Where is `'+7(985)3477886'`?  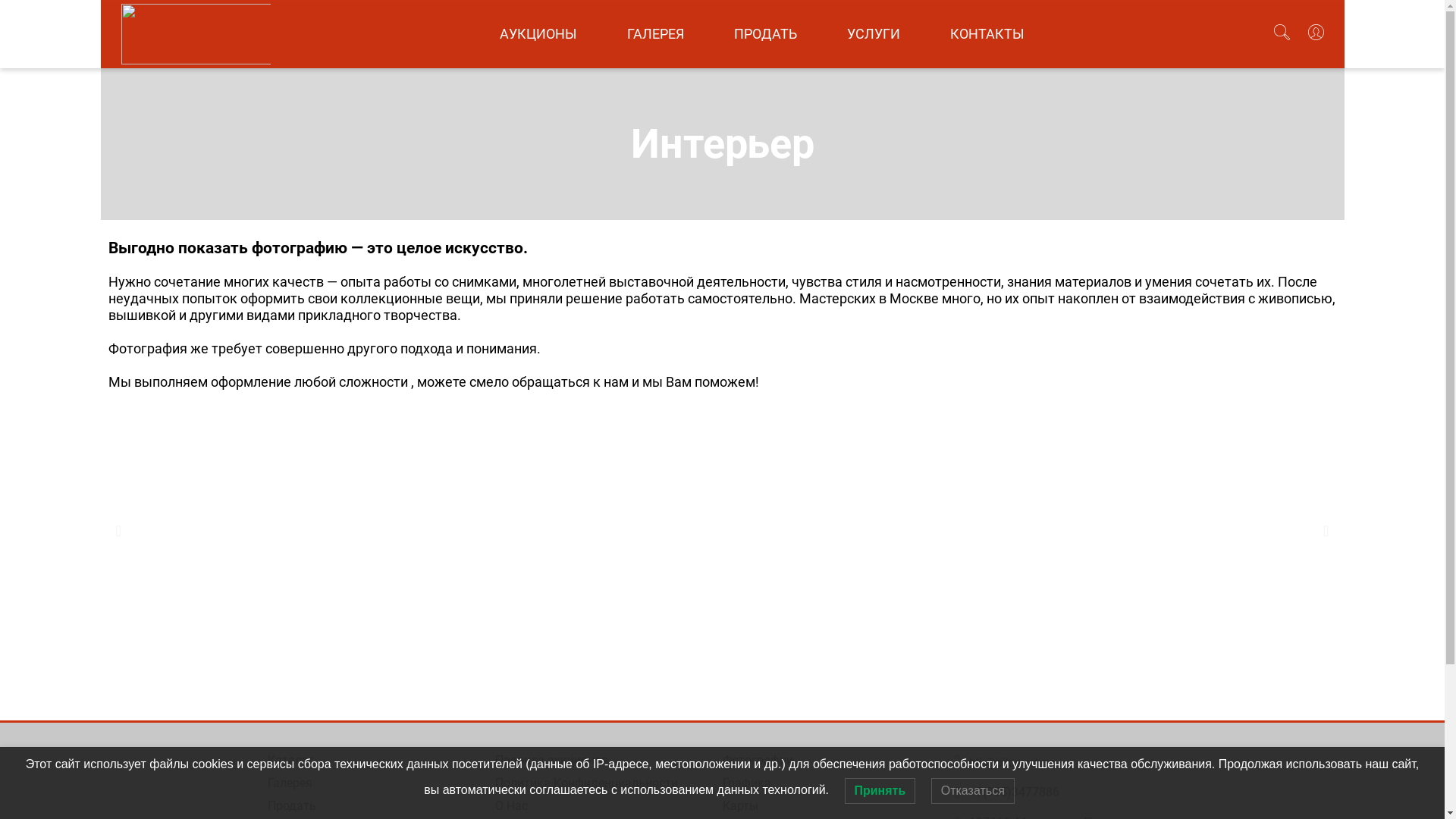
'+7(985)3477886' is located at coordinates (1014, 791).